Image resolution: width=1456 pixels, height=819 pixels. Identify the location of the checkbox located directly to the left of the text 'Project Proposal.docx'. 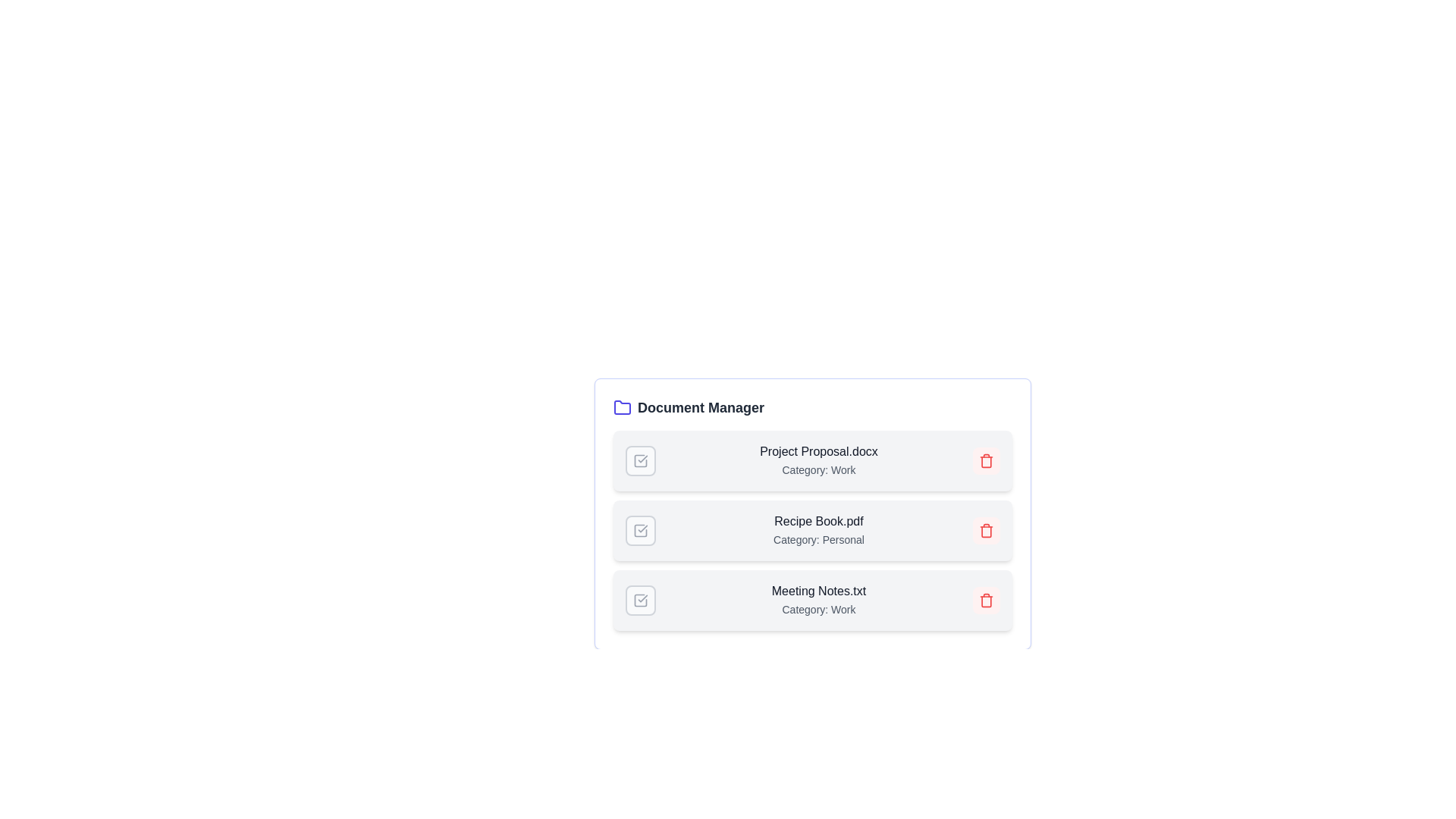
(640, 460).